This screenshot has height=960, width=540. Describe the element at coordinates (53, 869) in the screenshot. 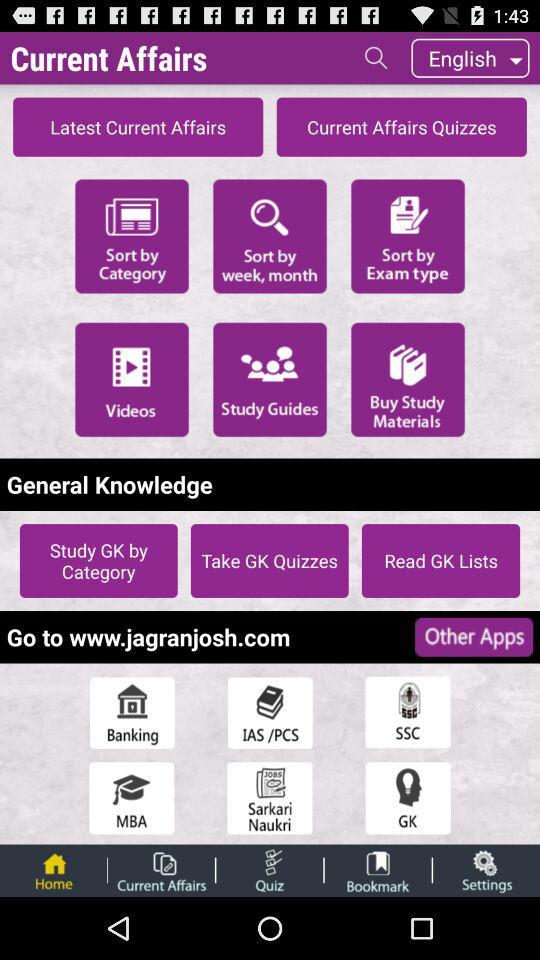

I see `go home` at that location.